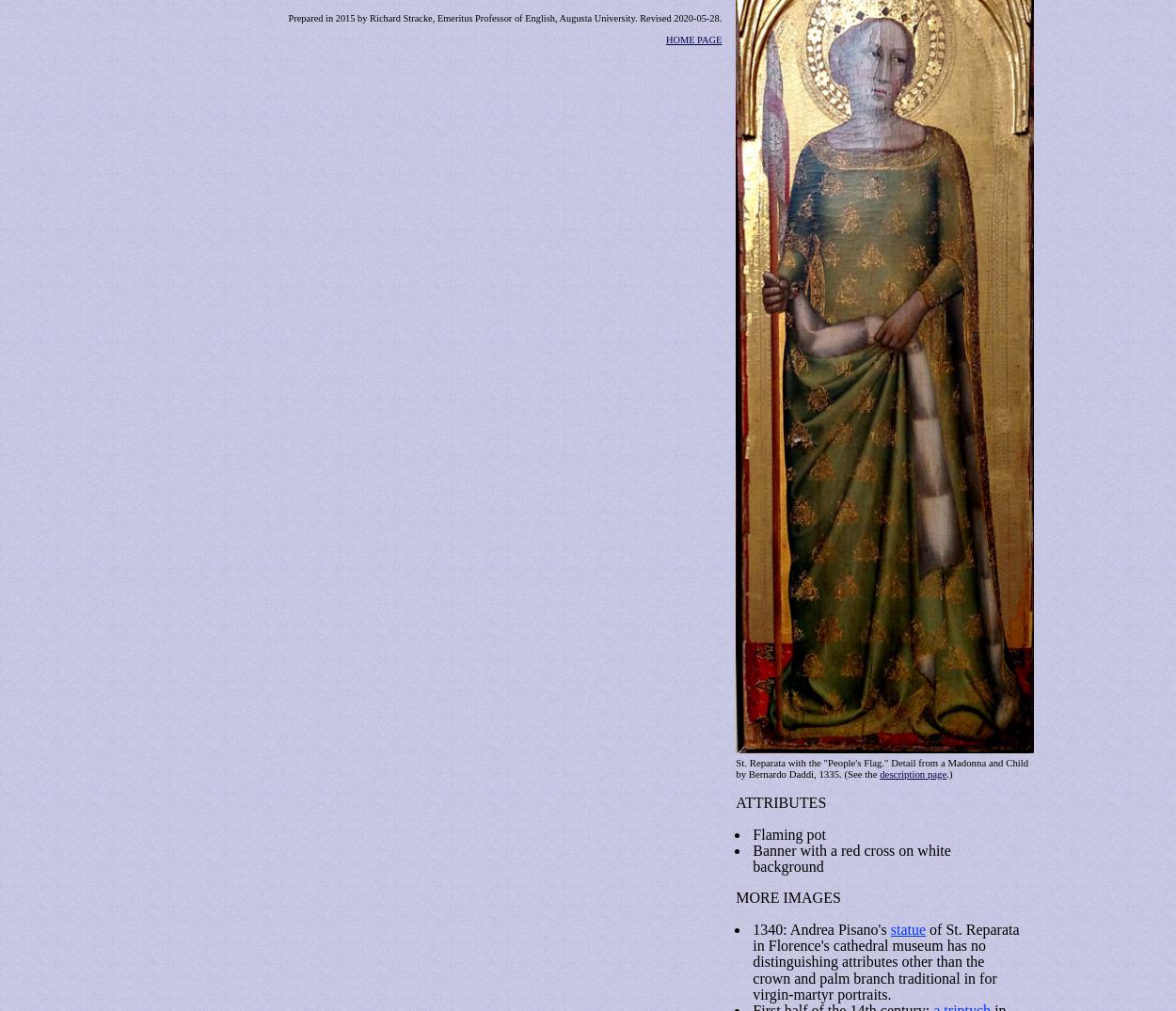 Image resolution: width=1176 pixels, height=1011 pixels. Describe the element at coordinates (884, 960) in the screenshot. I see `'of St. Reparata in Florence's cathedral museum has no distinguishing attributes other than the crown and palm branch traditional in for virgin-martyr portraits.'` at that location.